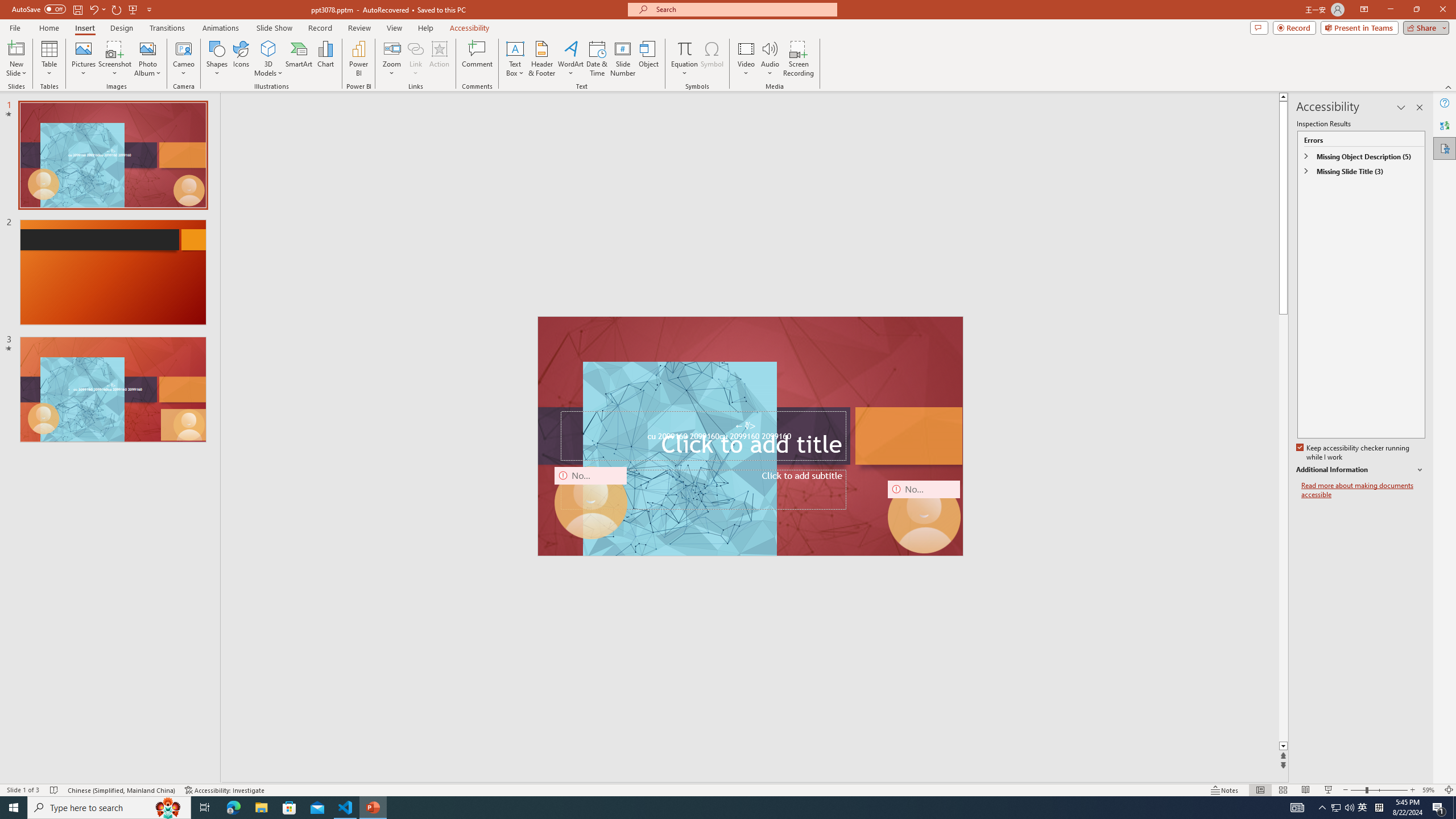 The image size is (1456, 819). What do you see at coordinates (415, 59) in the screenshot?
I see `'Link'` at bounding box center [415, 59].